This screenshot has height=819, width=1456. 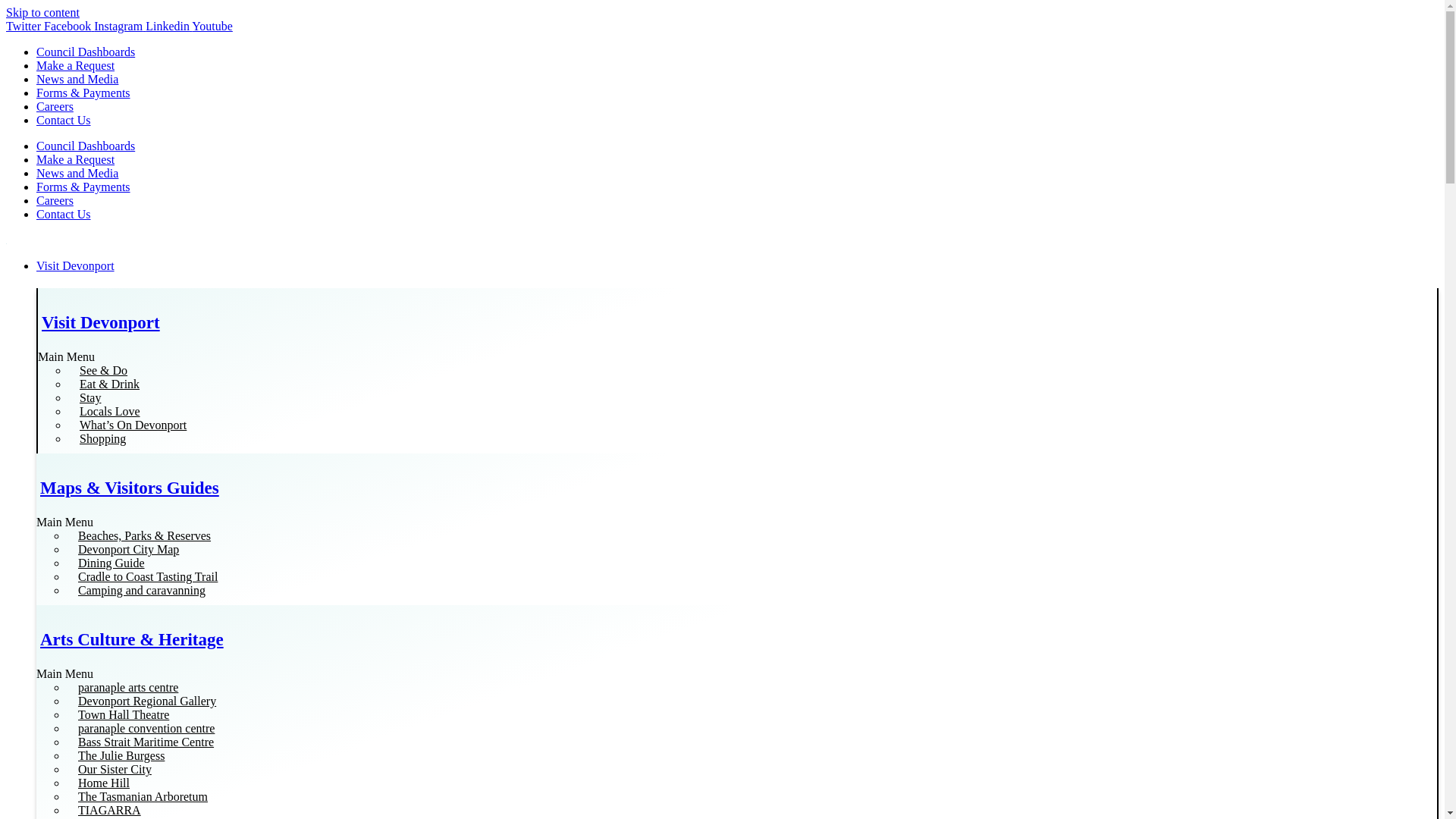 What do you see at coordinates (83, 186) in the screenshot?
I see `'Forms & Payments'` at bounding box center [83, 186].